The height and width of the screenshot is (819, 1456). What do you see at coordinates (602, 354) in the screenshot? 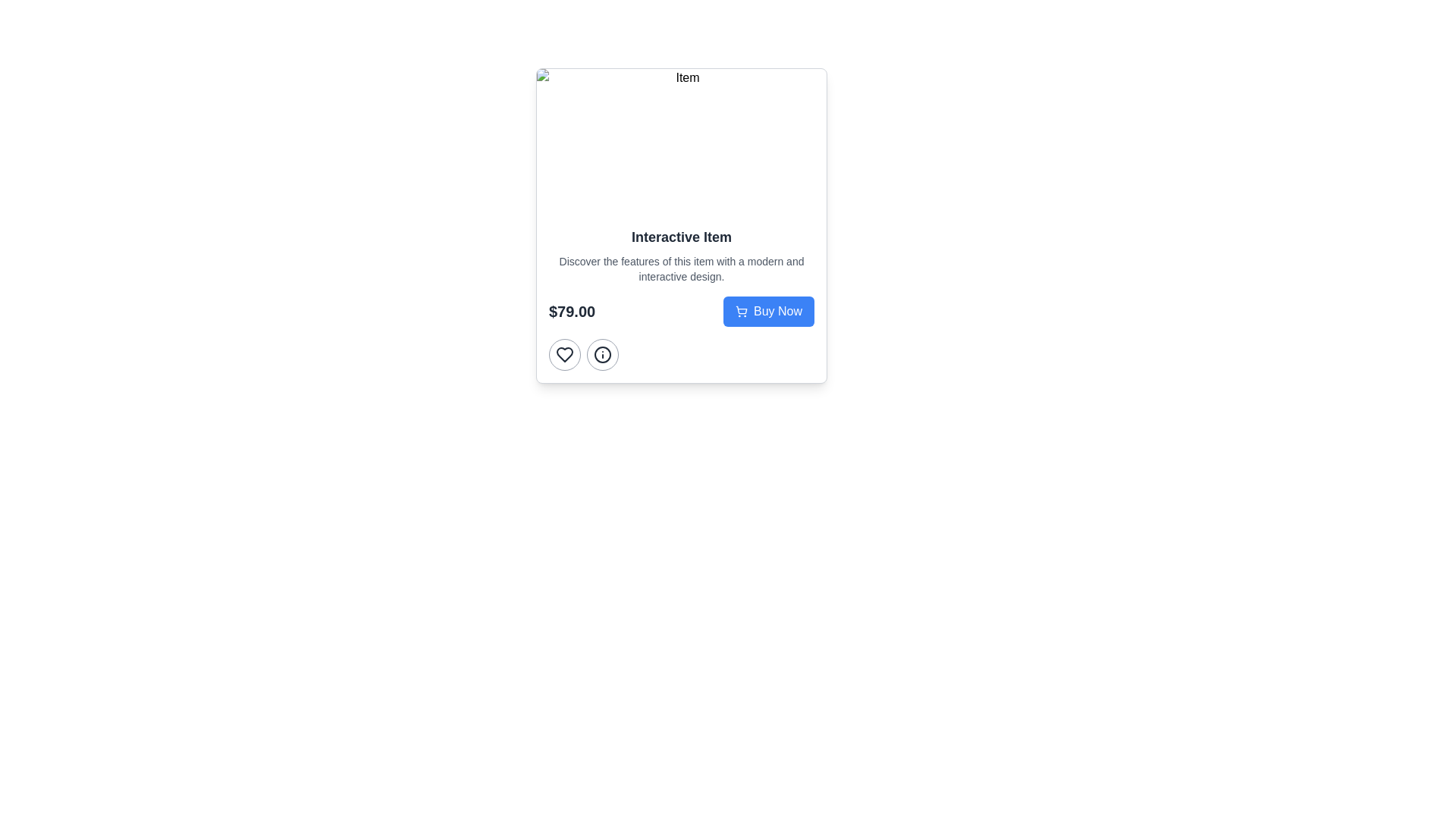
I see `the circular icon with an 'i' symbol, which is the second icon from the left in the list of interactive icons beneath the product description and price section of the product card` at bounding box center [602, 354].